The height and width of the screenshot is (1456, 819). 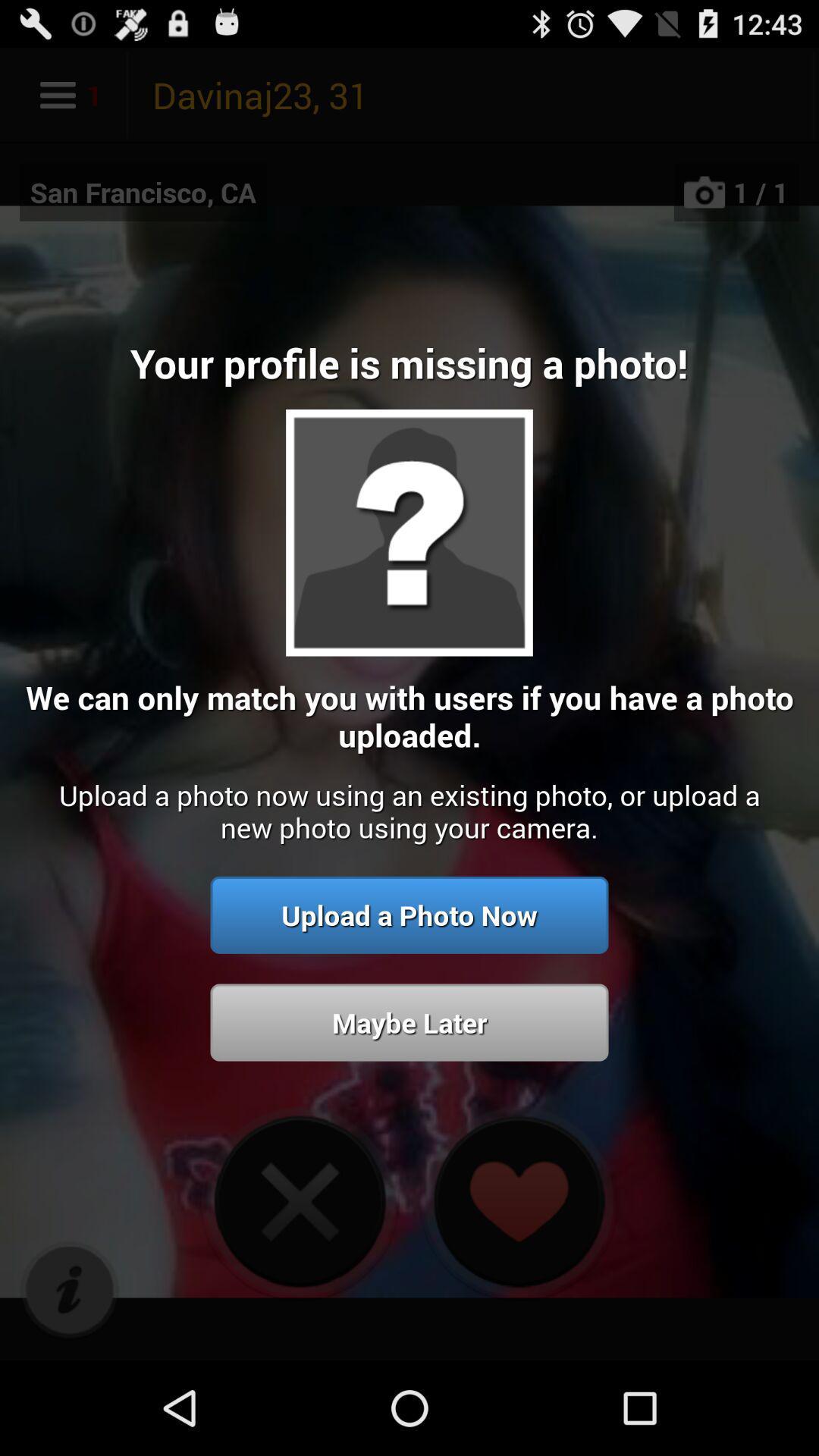 What do you see at coordinates (69, 1290) in the screenshot?
I see `the icon below the upload a photo item` at bounding box center [69, 1290].